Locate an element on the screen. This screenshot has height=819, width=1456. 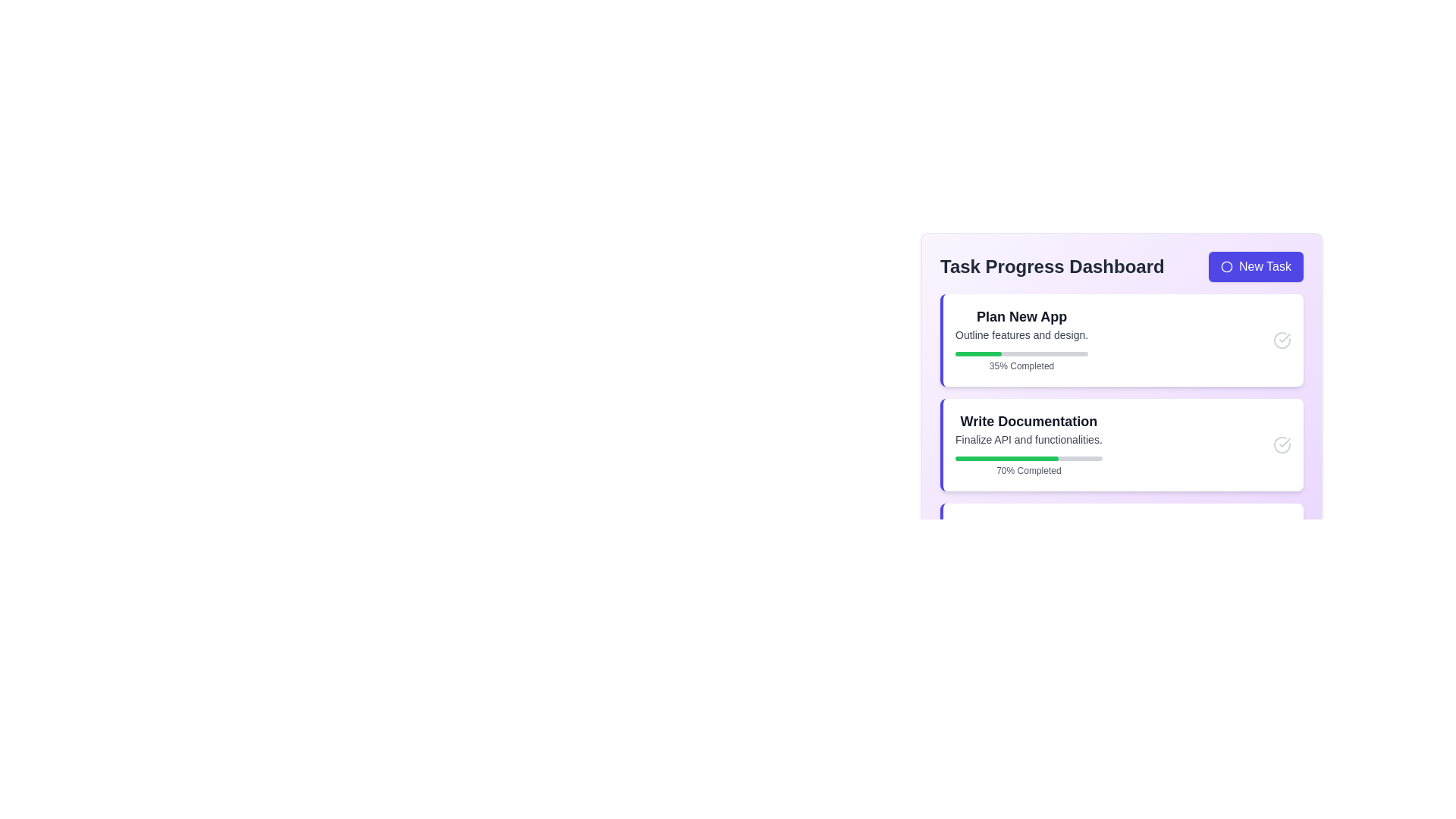
the circular icon with a checkmark located at the top-right corner of the 'Plan New App' card in the task management dashboard is located at coordinates (1281, 339).